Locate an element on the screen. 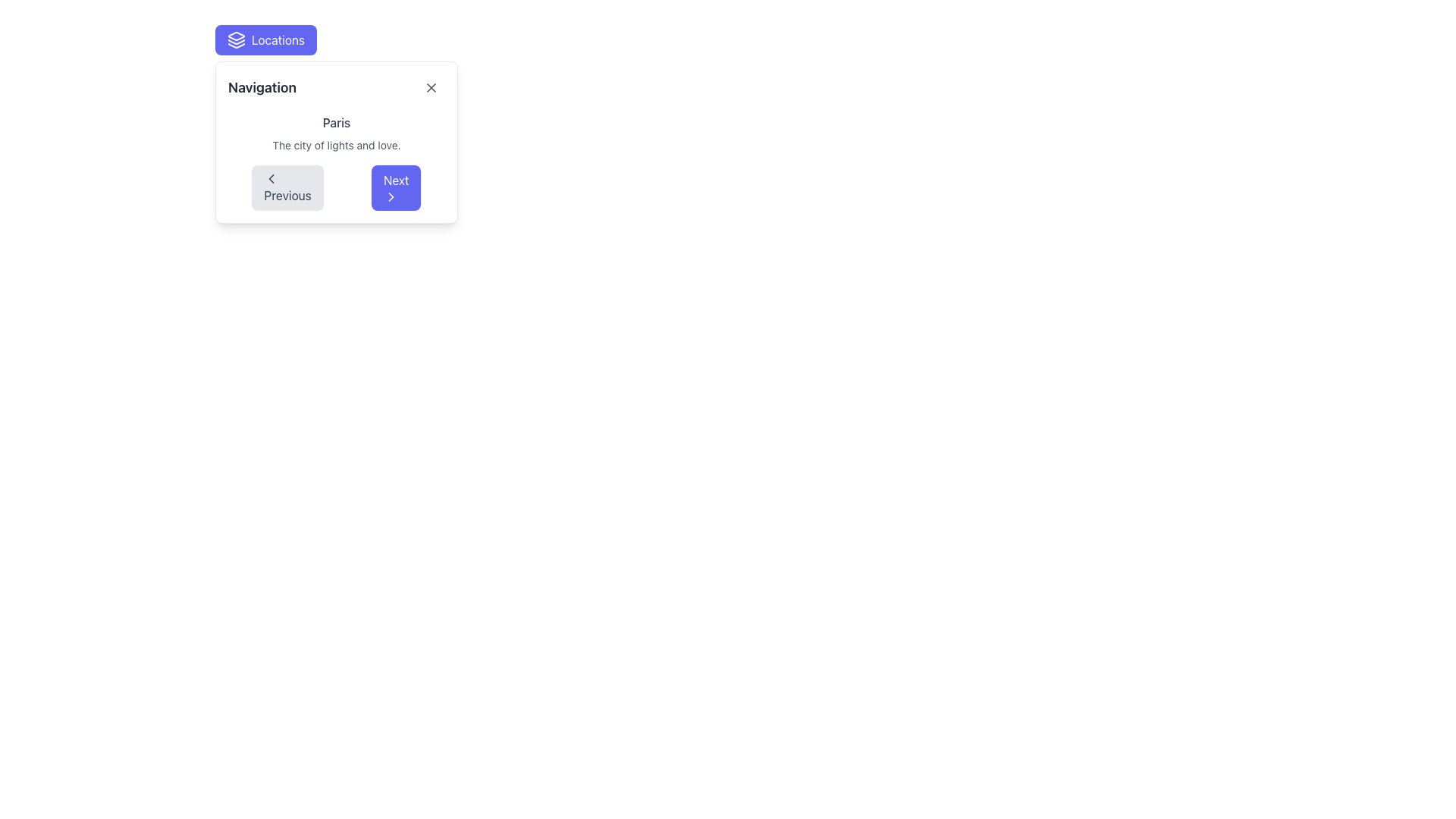 The height and width of the screenshot is (819, 1456). the layer icon, which is the second of three stacked shapes in the SVG, located near the top-left corner above the Navigation card and below the 'Locations' label is located at coordinates (236, 41).